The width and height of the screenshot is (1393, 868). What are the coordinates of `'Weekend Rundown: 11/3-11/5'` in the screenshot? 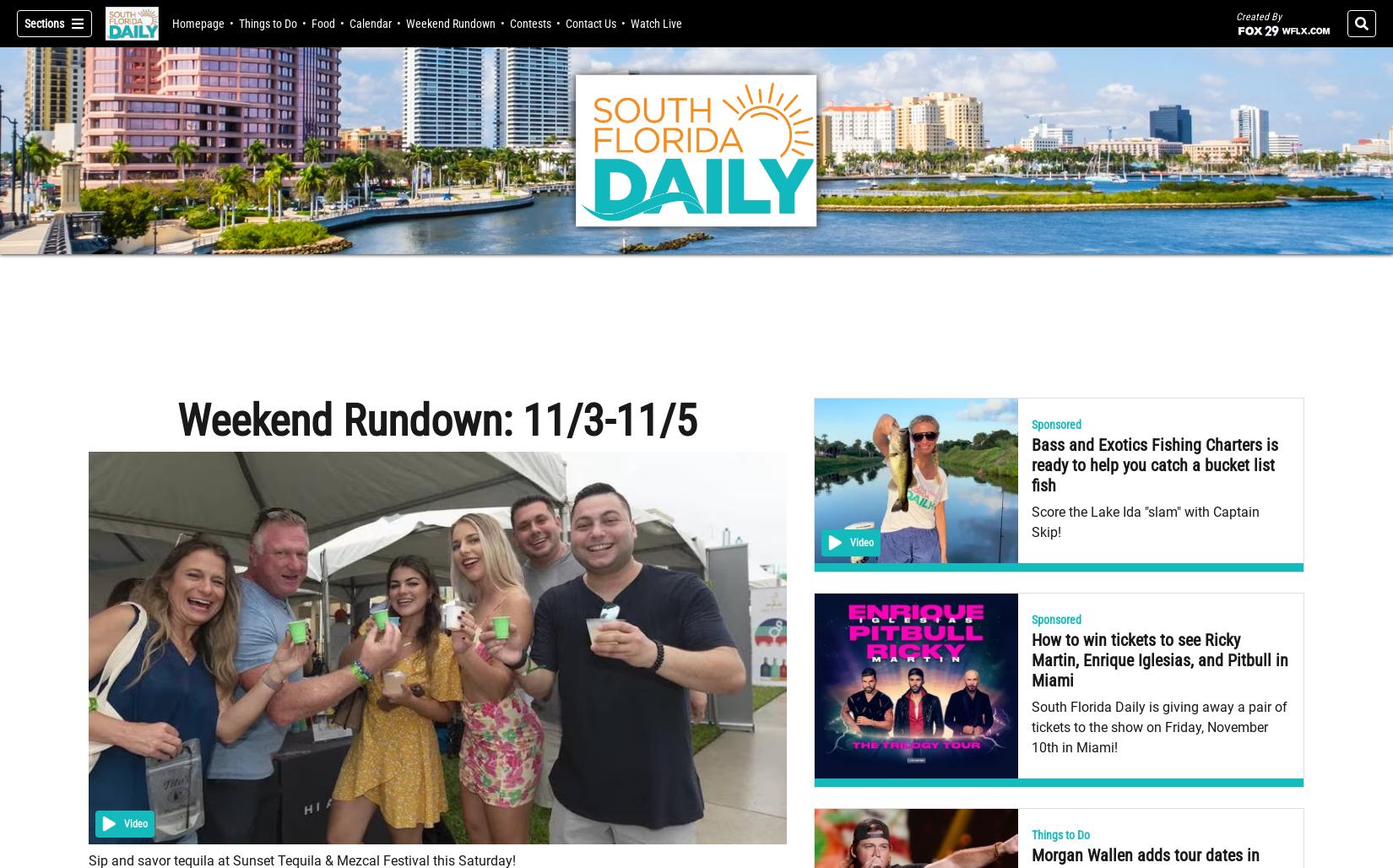 It's located at (436, 420).